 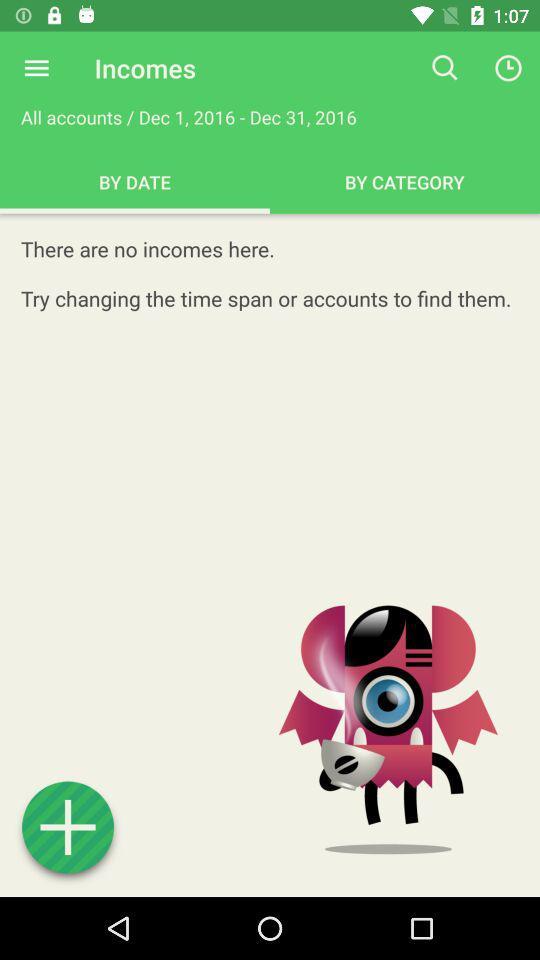 What do you see at coordinates (445, 68) in the screenshot?
I see `the app to the right of the all accounts dec` at bounding box center [445, 68].